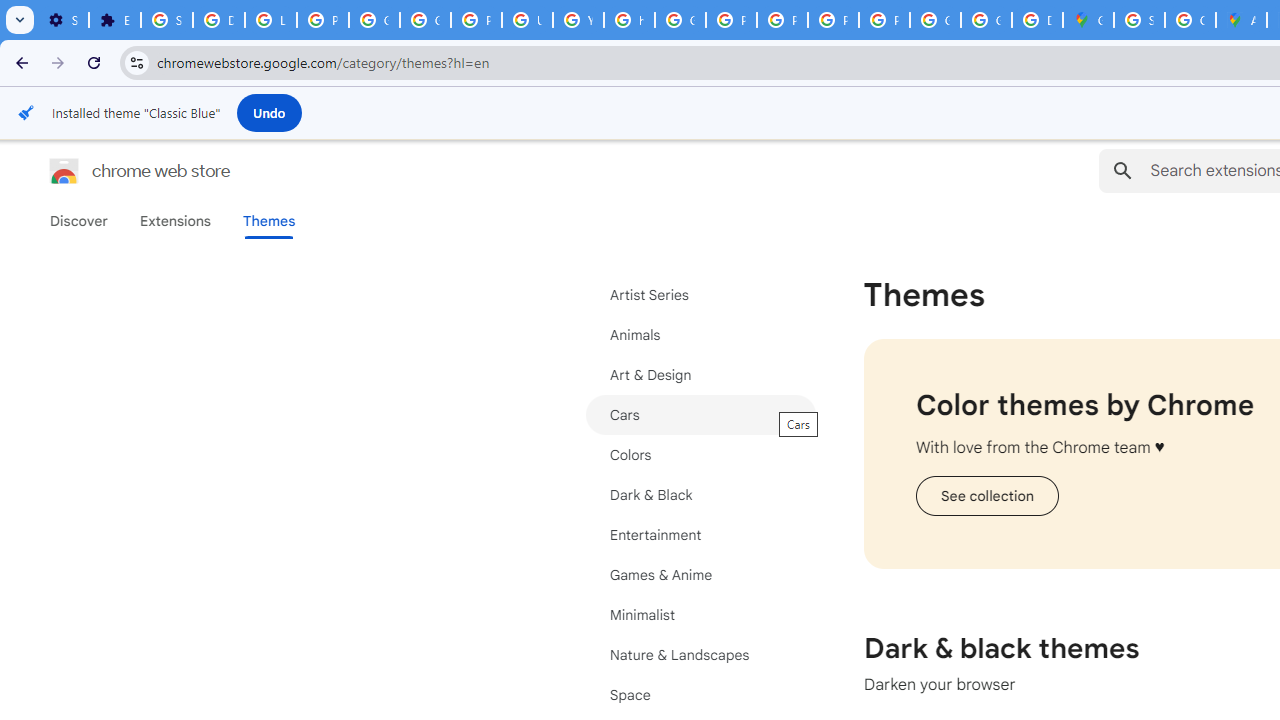 Image resolution: width=1280 pixels, height=720 pixels. I want to click on 'YouTube', so click(577, 20).